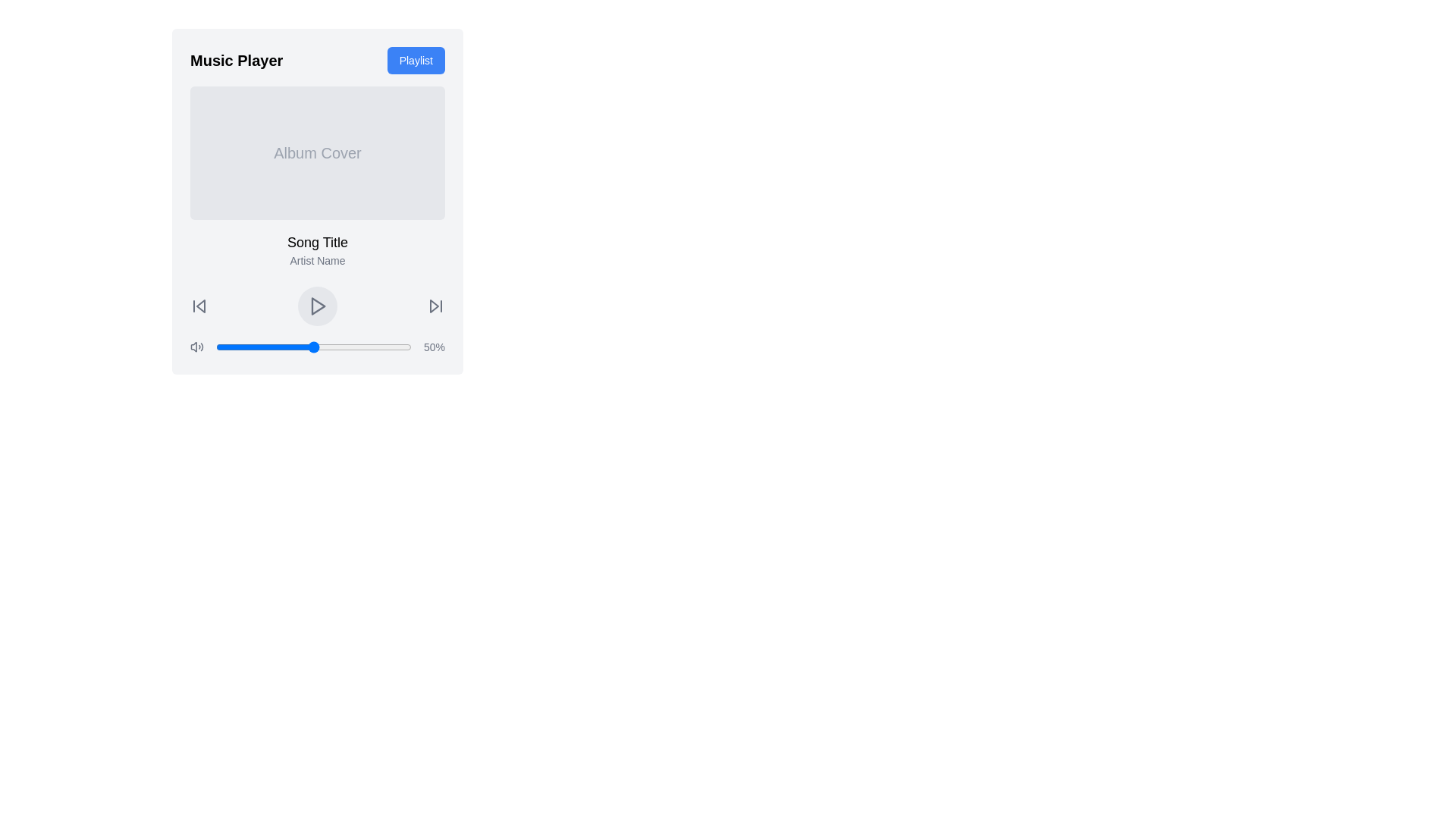 This screenshot has height=819, width=1456. I want to click on the triangular play icon located in the center of the music player interface to play media, so click(318, 306).